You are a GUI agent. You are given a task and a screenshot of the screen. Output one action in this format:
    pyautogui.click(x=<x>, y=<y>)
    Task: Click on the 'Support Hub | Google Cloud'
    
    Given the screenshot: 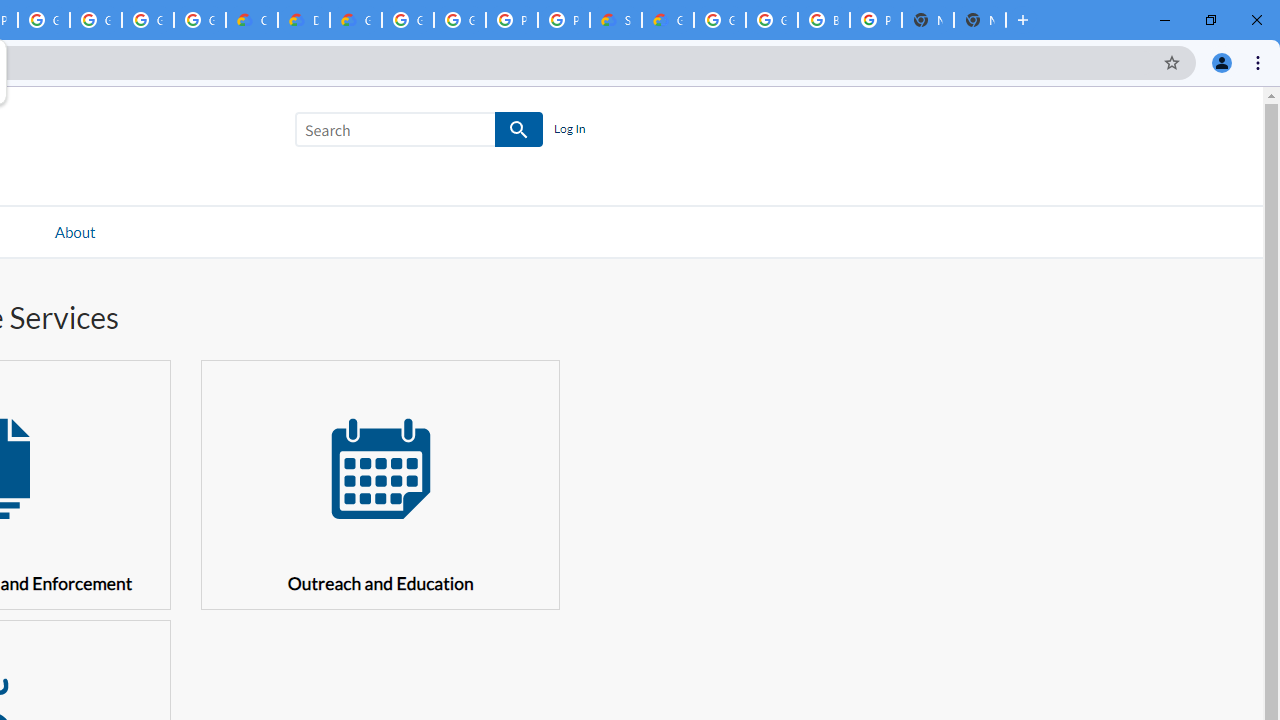 What is the action you would take?
    pyautogui.click(x=615, y=20)
    